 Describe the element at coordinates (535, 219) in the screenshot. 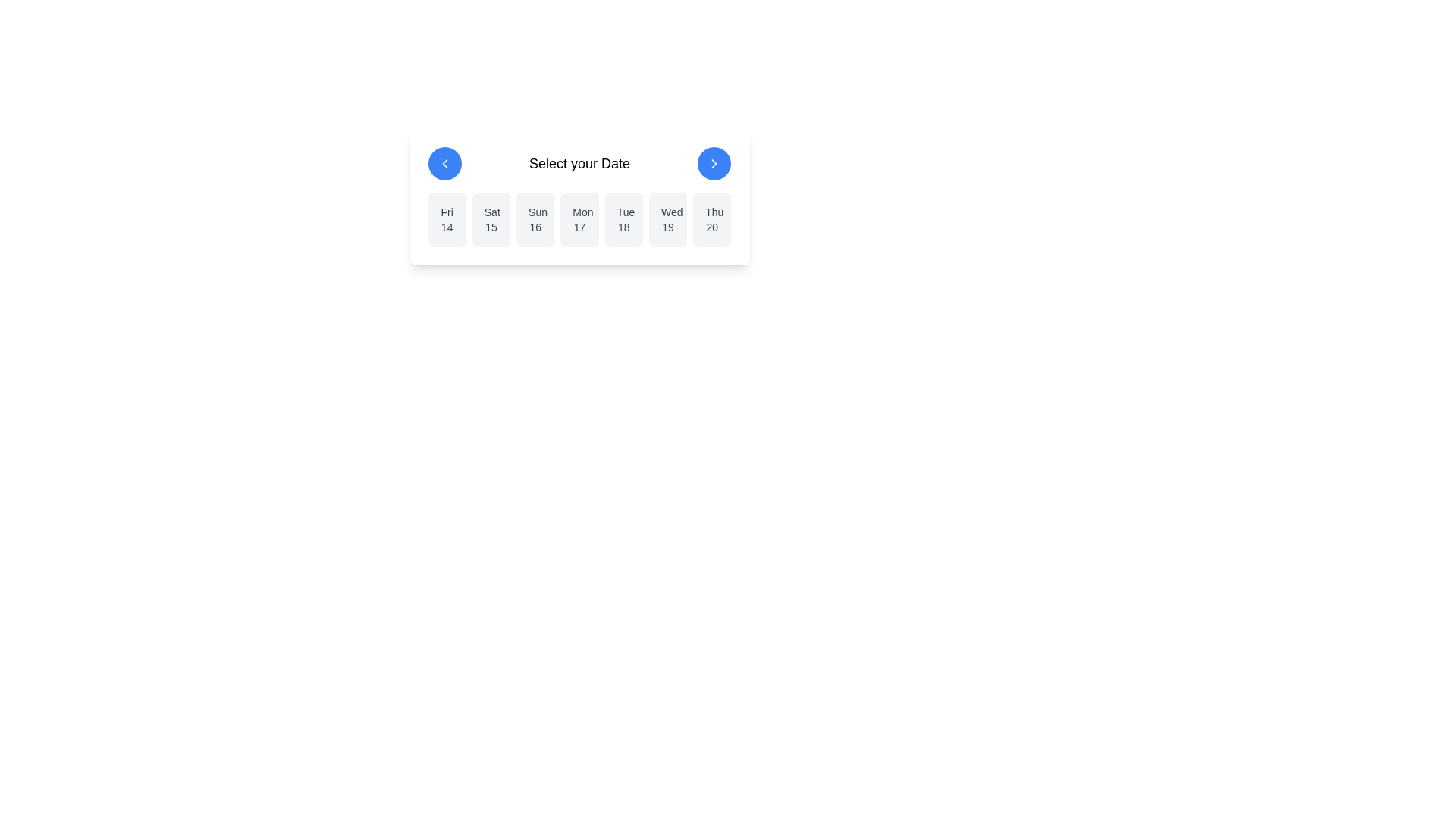

I see `the interactive button for selecting the date associated with 'Sun 16'` at that location.